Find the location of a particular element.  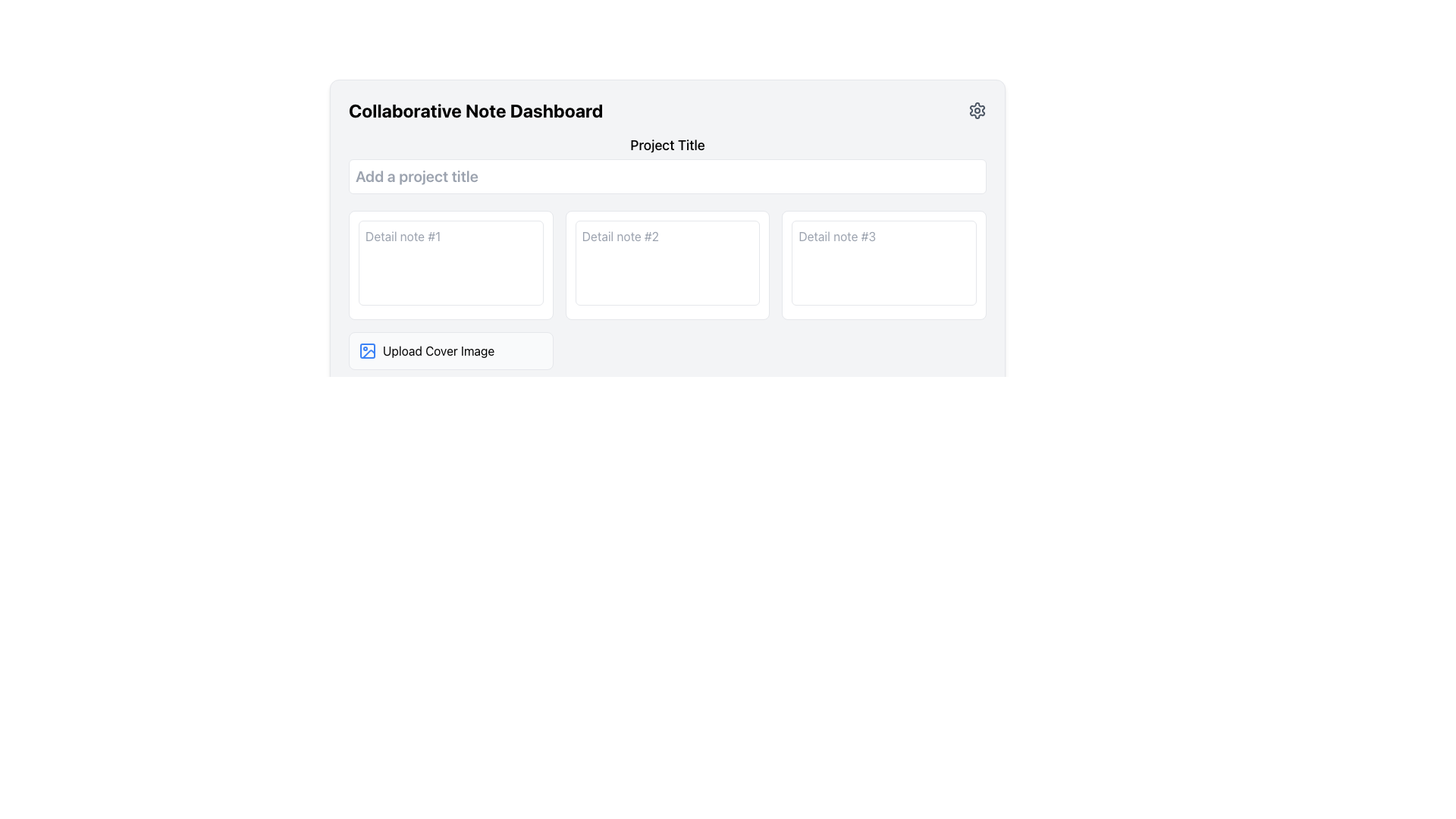

the 'Upload Cover Image' label, which is a text string beside a blue image icon located below three input fields labeled 'Detail note #1', 'Detail note #2', and 'Detail note #3' is located at coordinates (438, 350).